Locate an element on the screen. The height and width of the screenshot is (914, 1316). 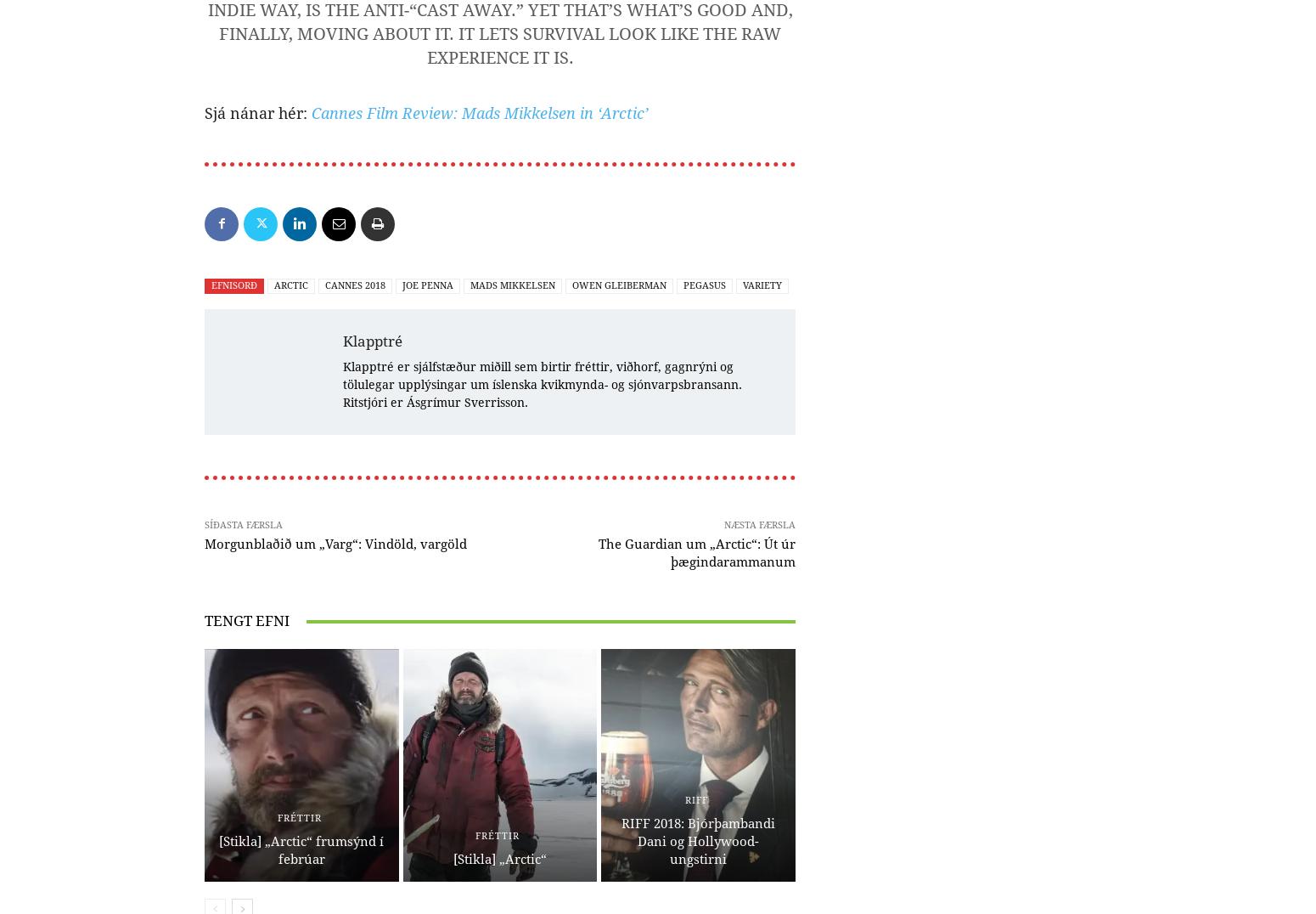
'RIFF 2018: Bjórþambandi Dani og Hollywood-ungstirni' is located at coordinates (621, 840).